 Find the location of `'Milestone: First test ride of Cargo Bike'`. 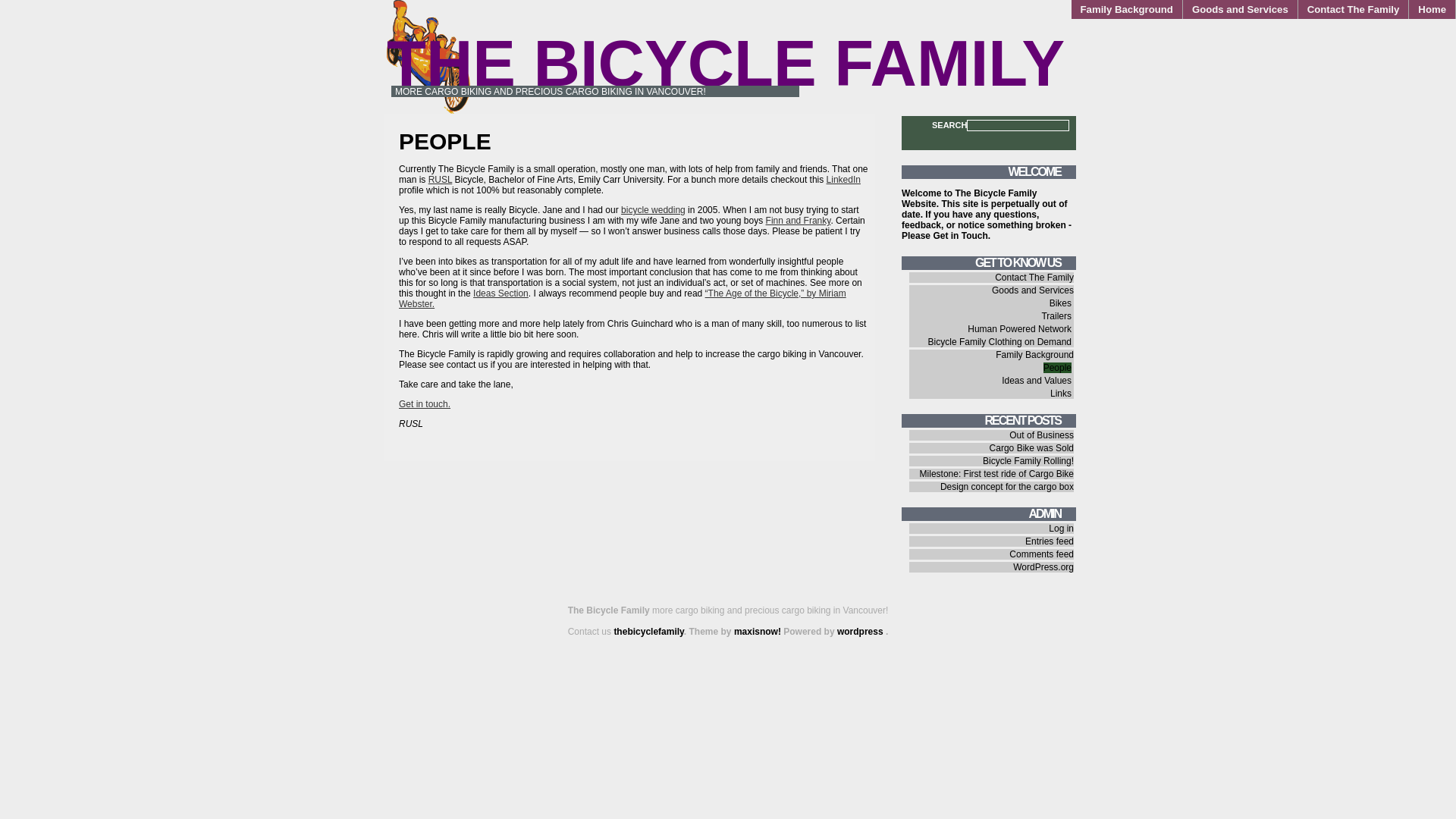

'Milestone: First test ride of Cargo Bike' is located at coordinates (996, 472).